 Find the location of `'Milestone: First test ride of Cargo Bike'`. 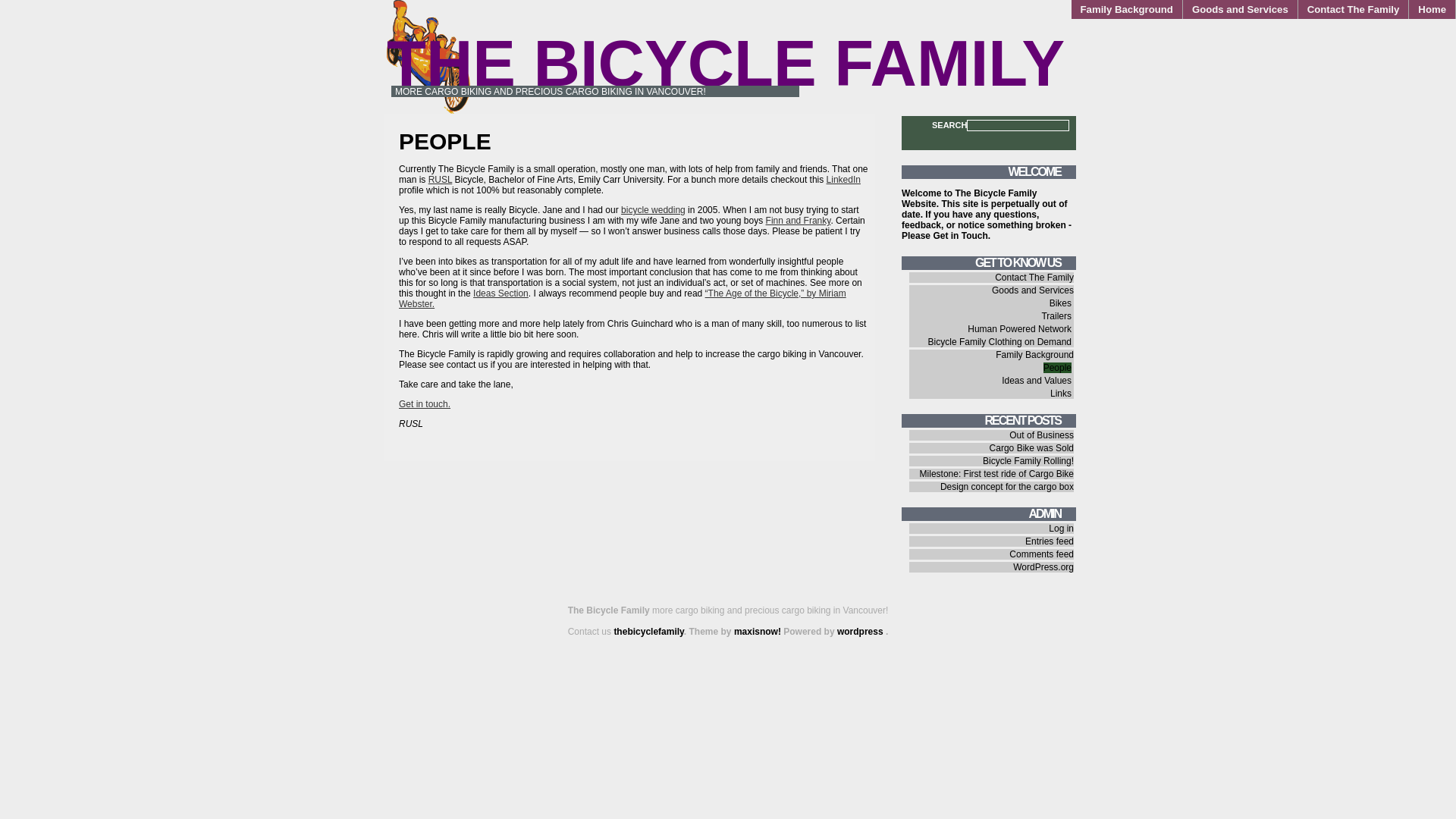

'Milestone: First test ride of Cargo Bike' is located at coordinates (996, 472).